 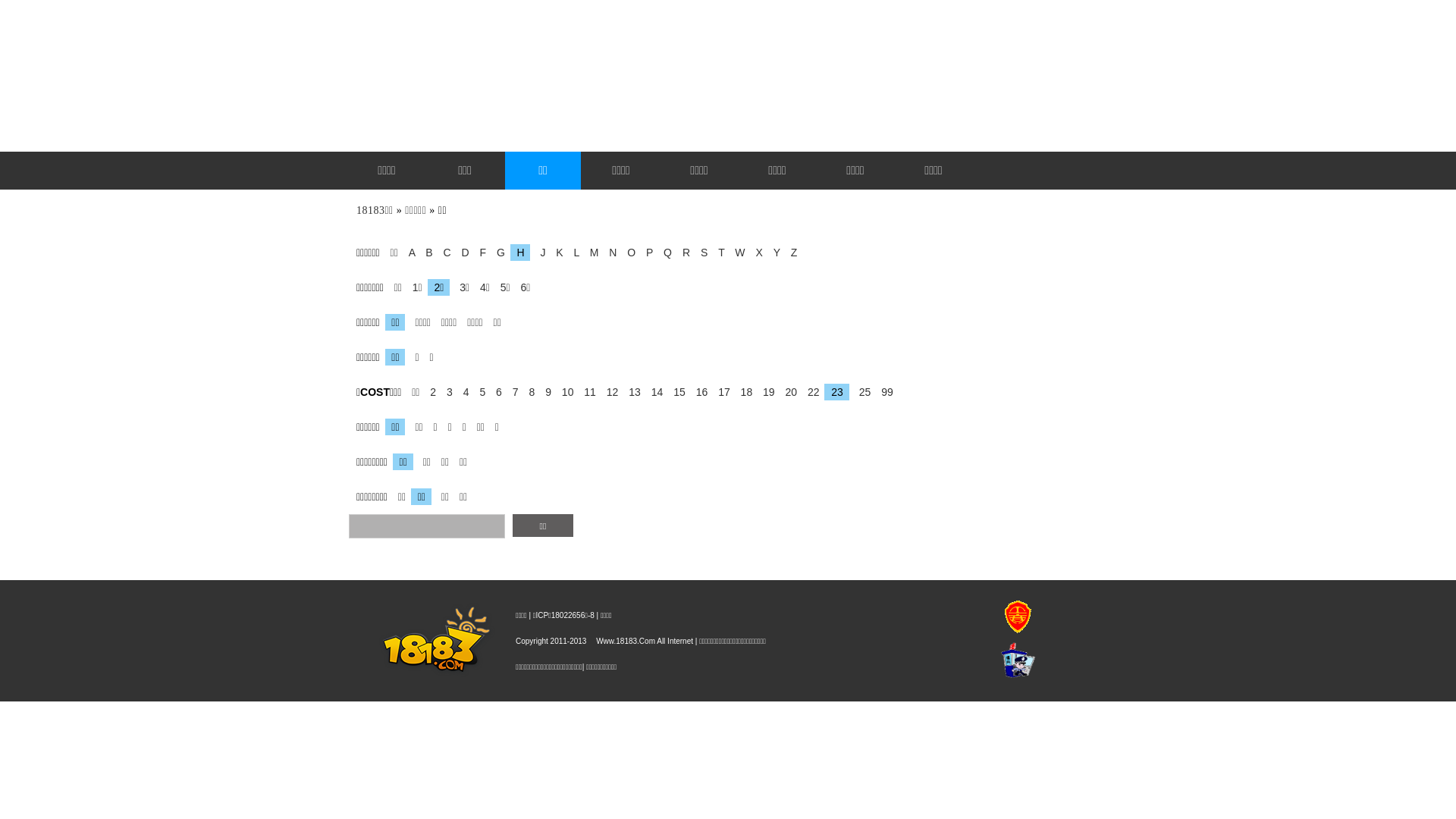 I want to click on 'D', so click(x=453, y=251).